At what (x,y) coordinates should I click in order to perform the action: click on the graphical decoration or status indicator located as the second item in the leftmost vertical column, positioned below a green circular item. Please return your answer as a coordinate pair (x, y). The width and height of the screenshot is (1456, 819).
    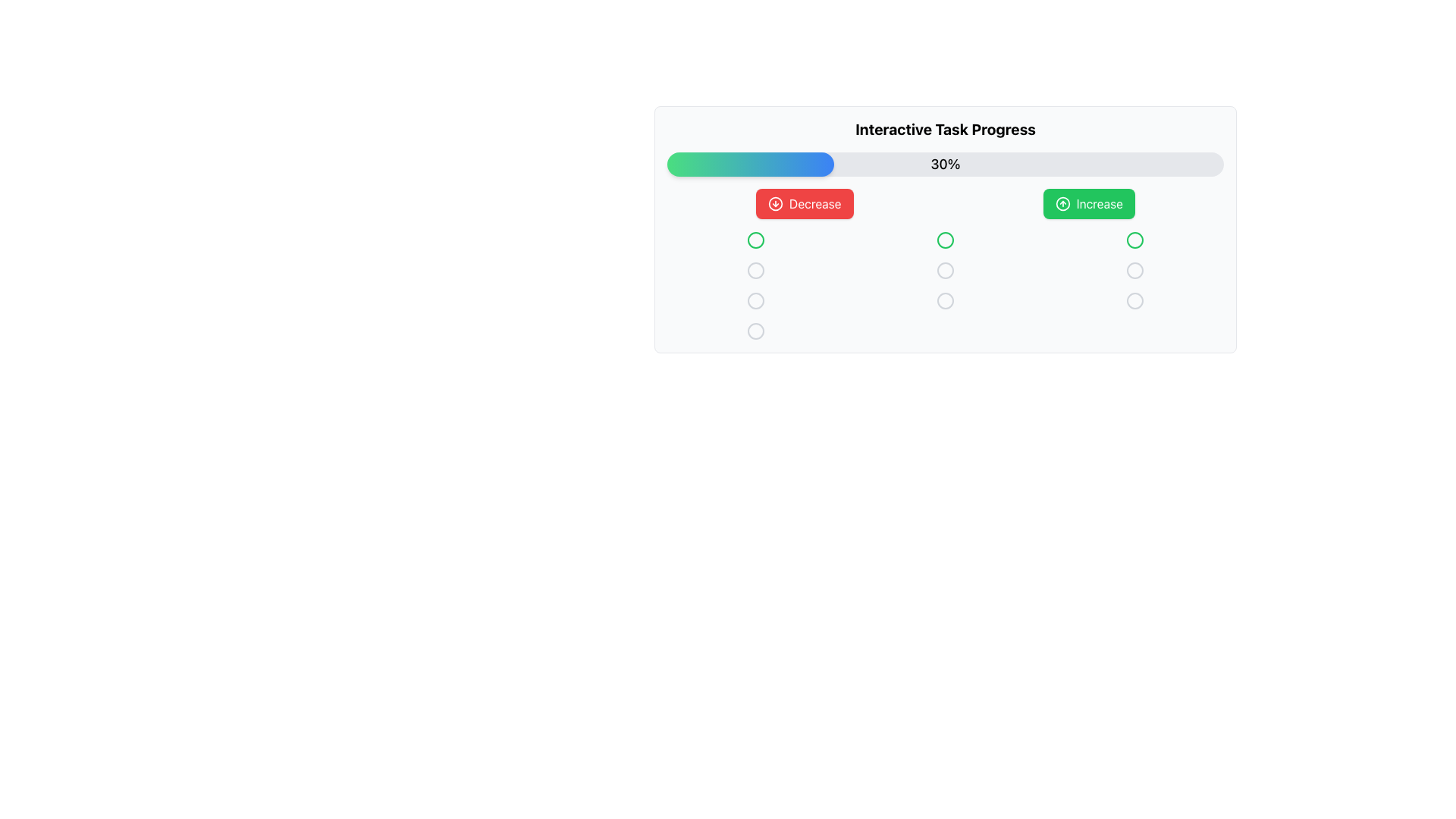
    Looking at the image, I should click on (756, 301).